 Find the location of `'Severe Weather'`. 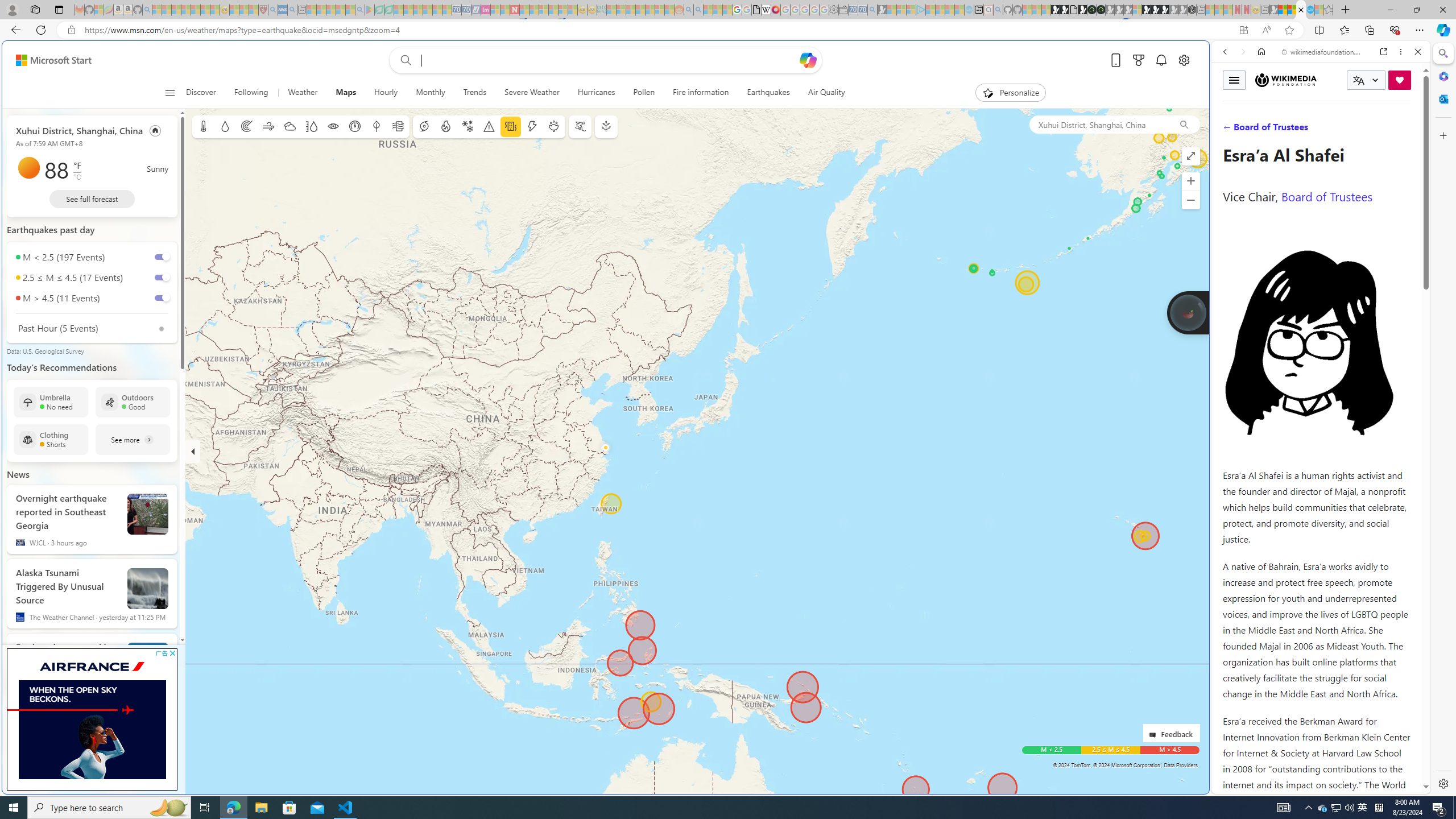

'Severe Weather' is located at coordinates (531, 92).